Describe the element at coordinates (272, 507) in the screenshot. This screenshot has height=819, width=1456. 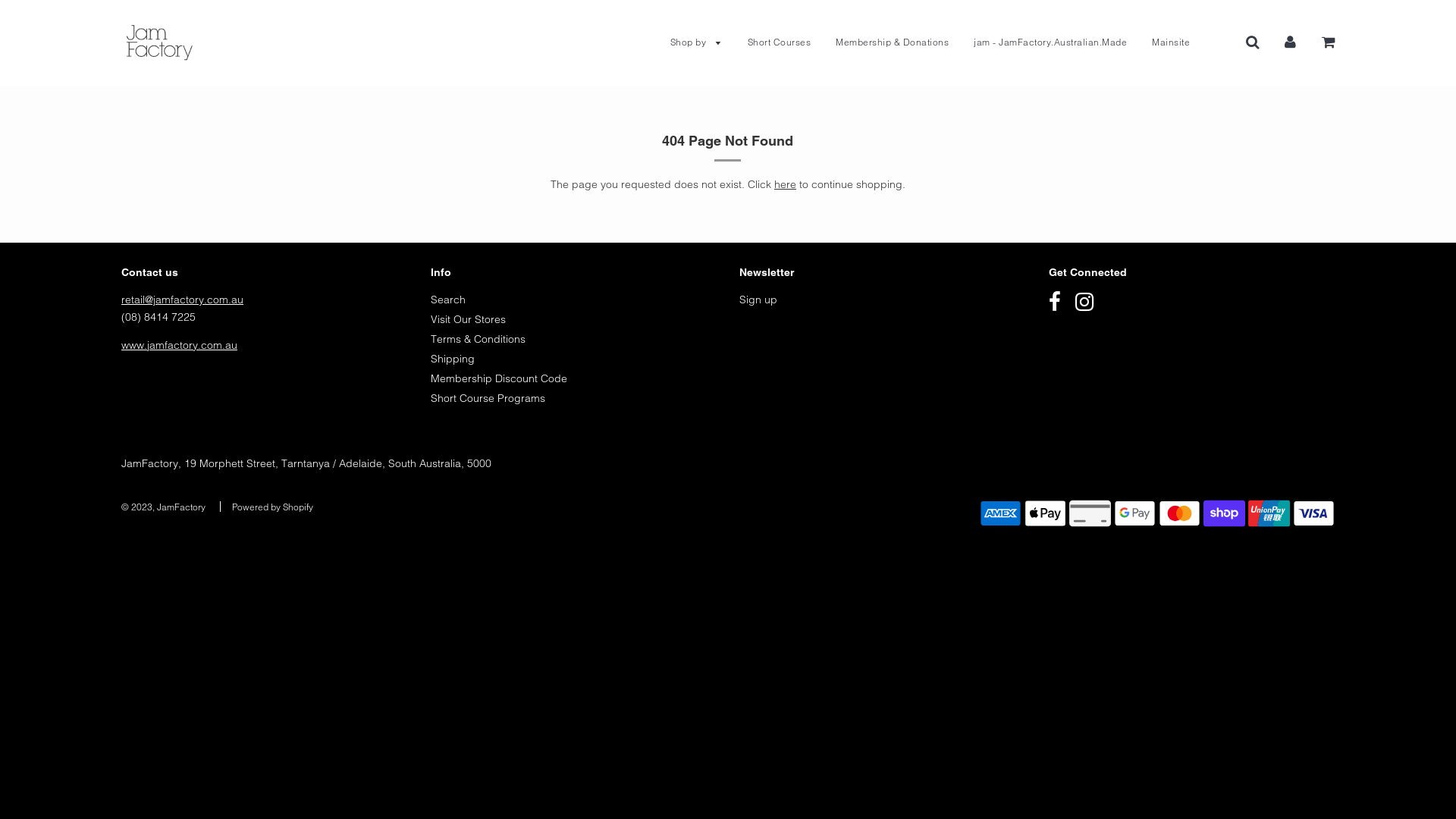
I see `'Powered by Shopify'` at that location.